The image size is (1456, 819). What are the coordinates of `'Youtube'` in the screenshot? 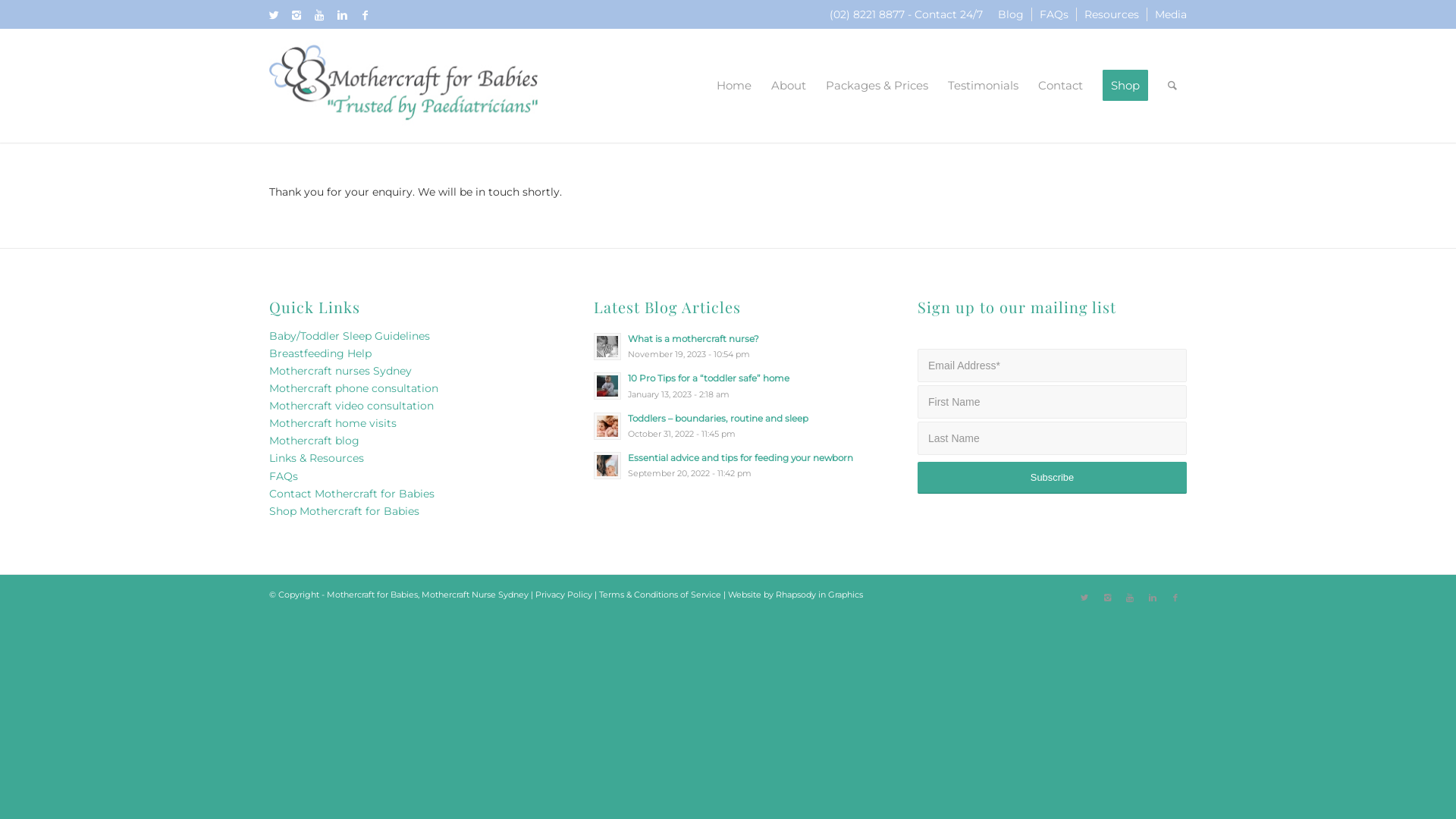 It's located at (318, 14).